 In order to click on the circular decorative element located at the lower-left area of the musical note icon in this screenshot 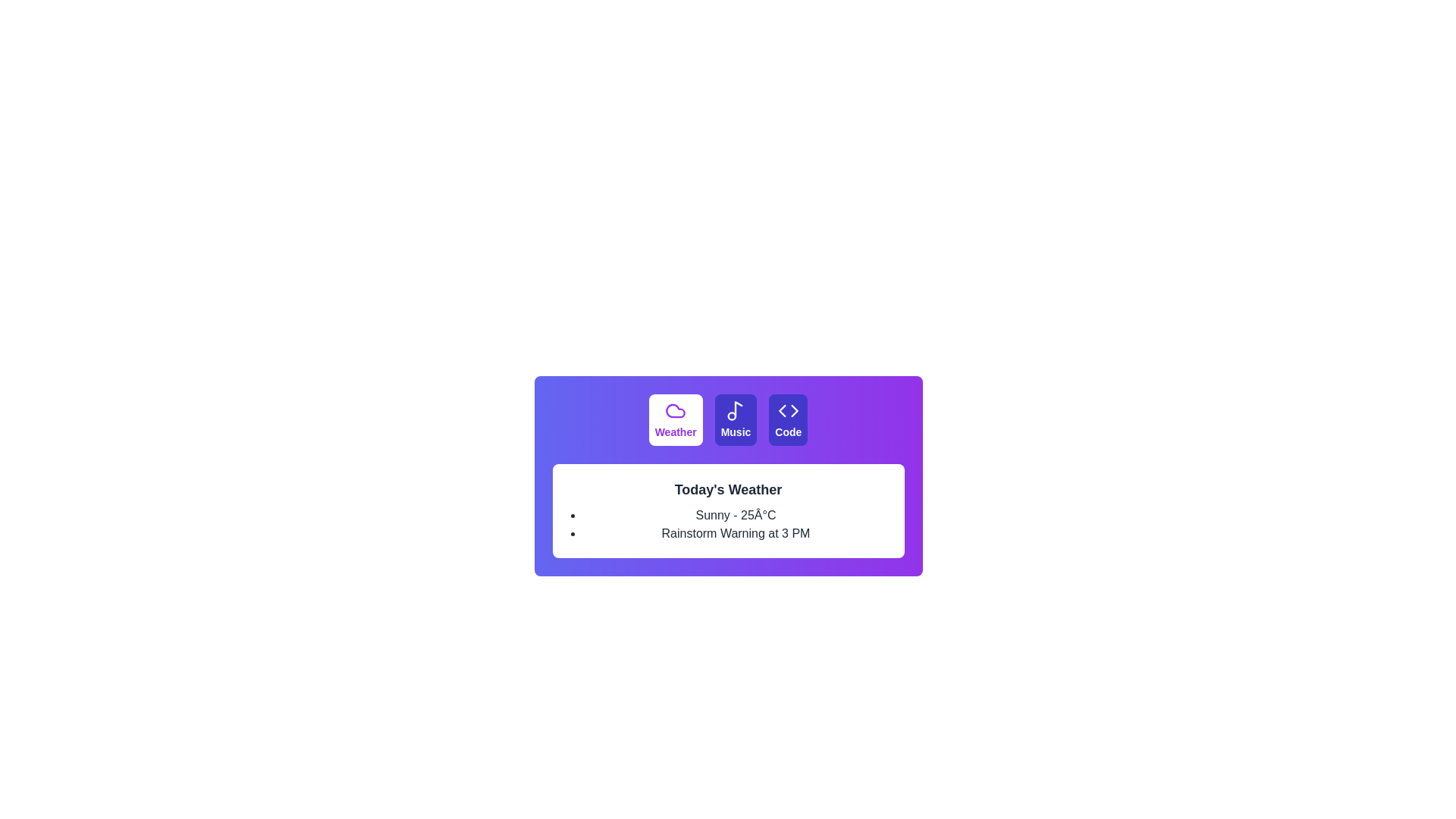, I will do `click(732, 416)`.